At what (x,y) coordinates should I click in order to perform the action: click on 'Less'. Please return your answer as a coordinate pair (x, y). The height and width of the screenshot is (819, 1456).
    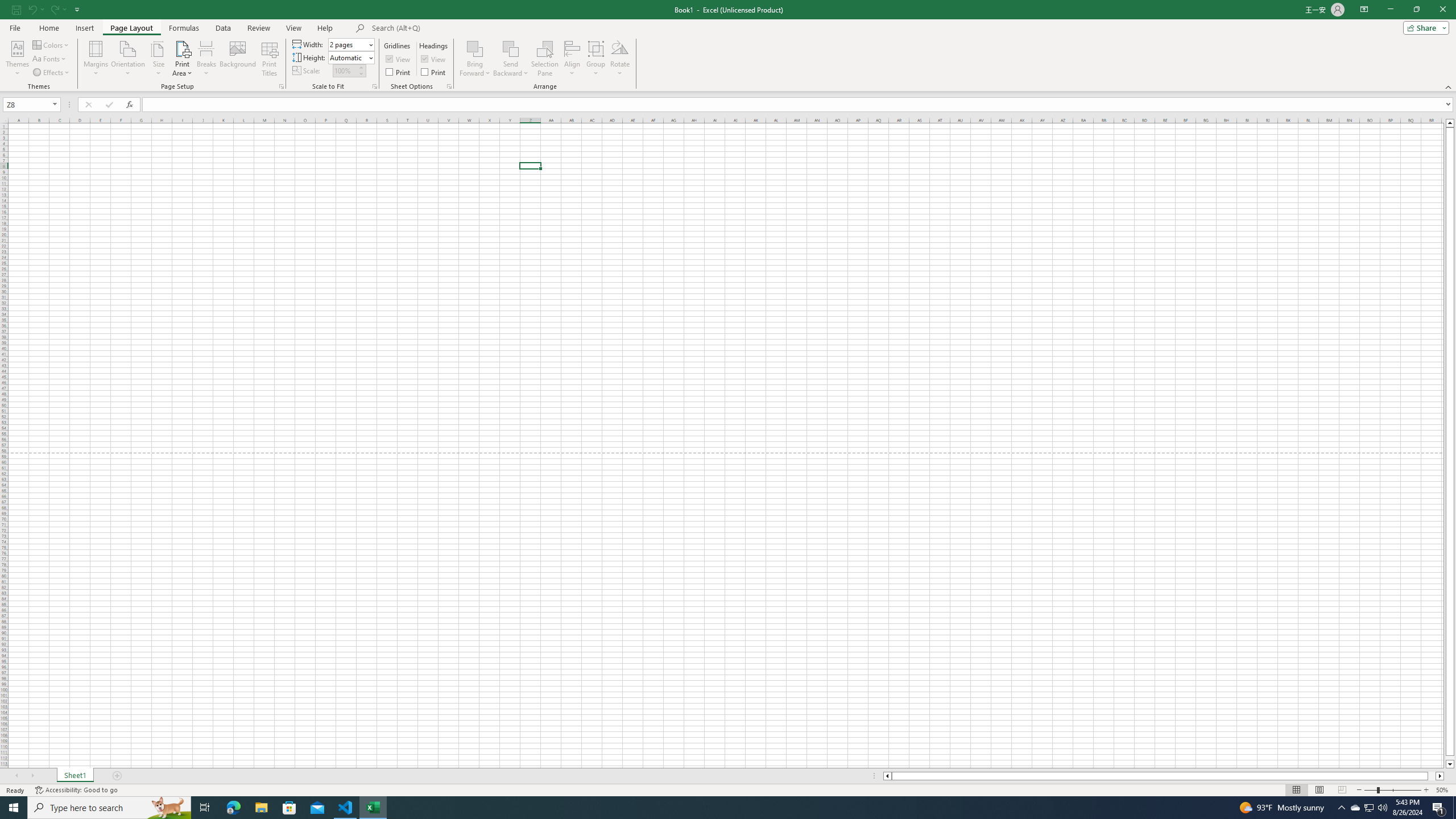
    Looking at the image, I should click on (360, 73).